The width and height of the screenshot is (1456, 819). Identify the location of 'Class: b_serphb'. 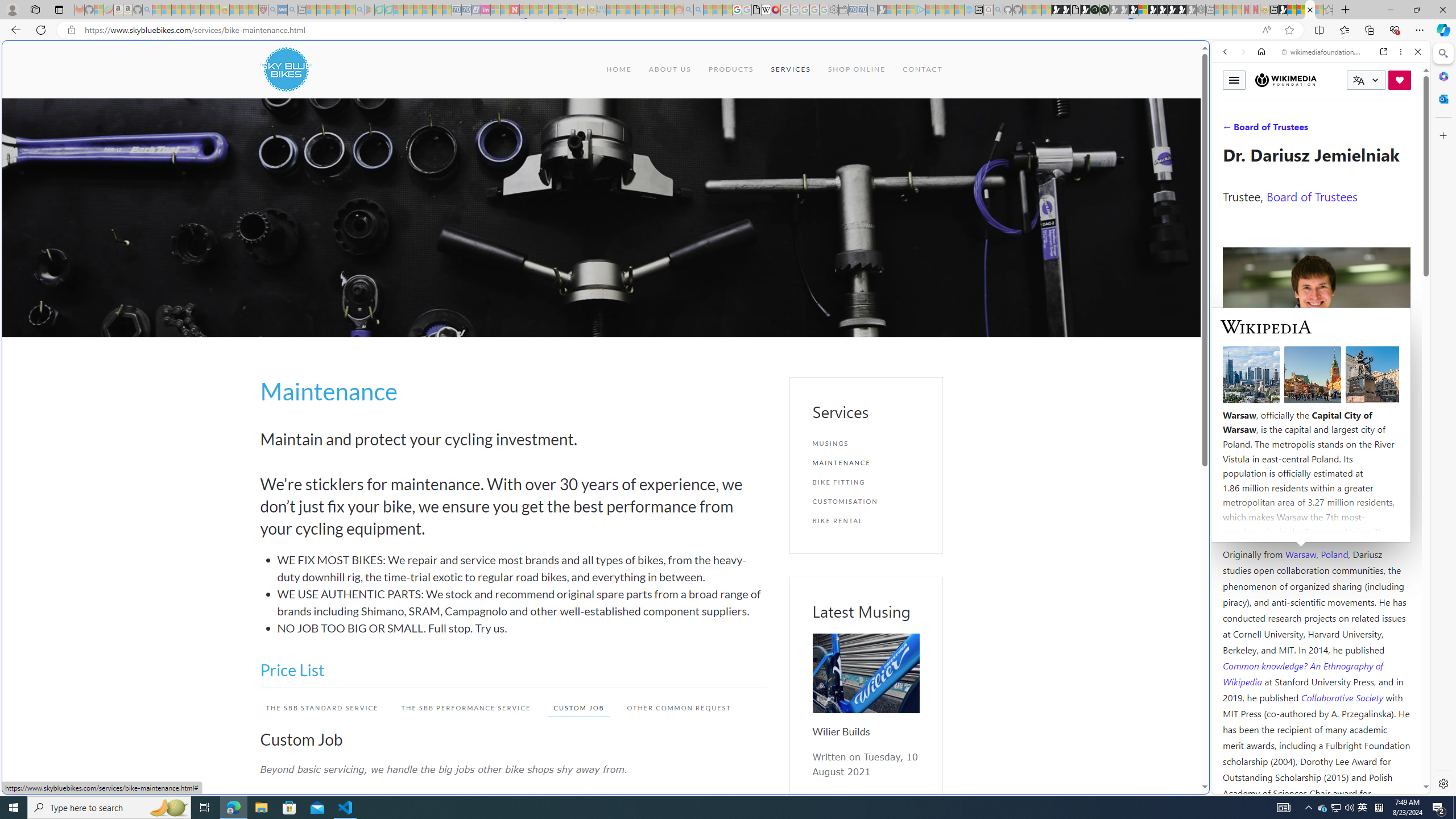
(1405, 130).